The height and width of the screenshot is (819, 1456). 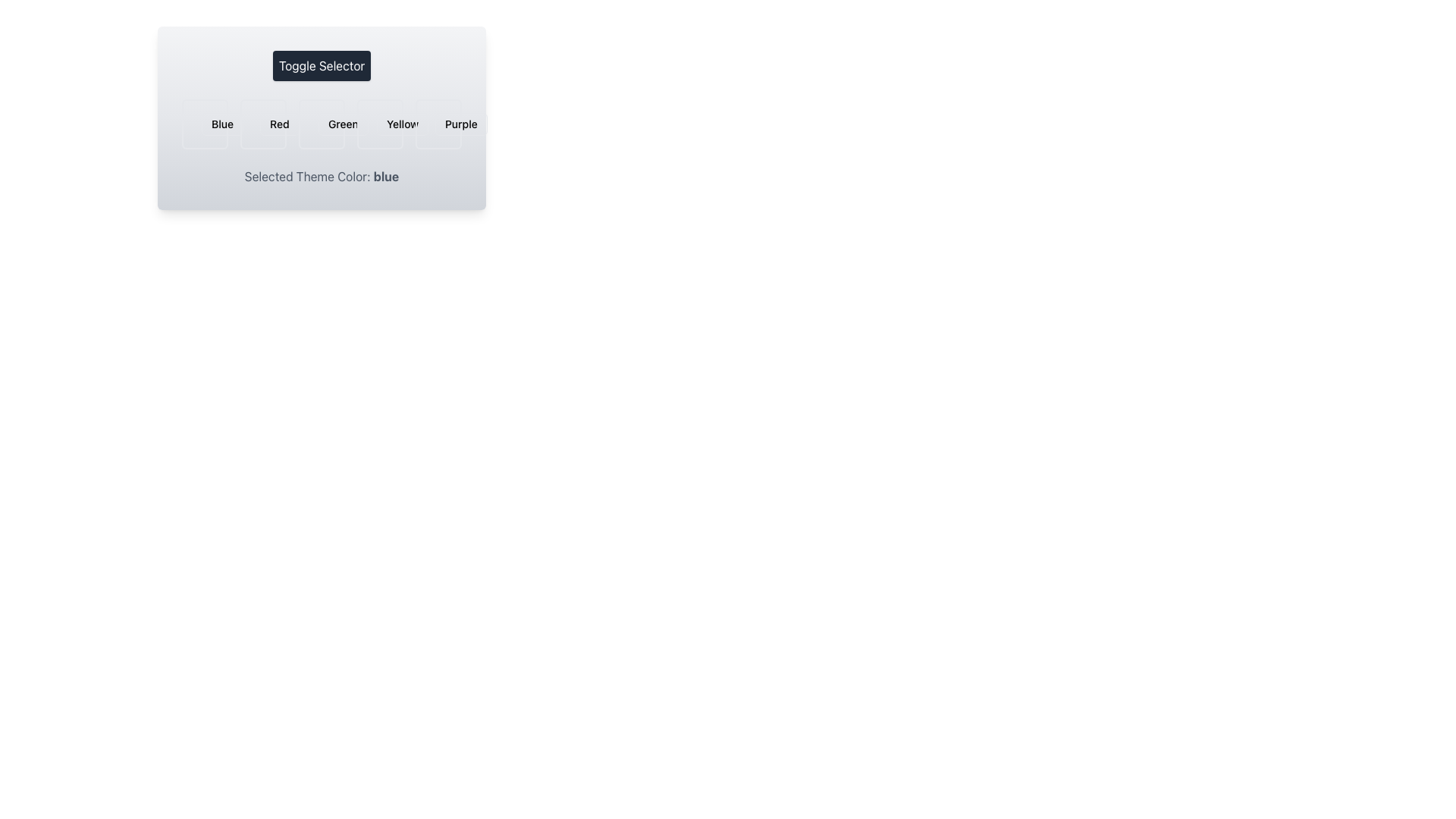 I want to click on the second selectable card in the theme picker, so click(x=263, y=124).